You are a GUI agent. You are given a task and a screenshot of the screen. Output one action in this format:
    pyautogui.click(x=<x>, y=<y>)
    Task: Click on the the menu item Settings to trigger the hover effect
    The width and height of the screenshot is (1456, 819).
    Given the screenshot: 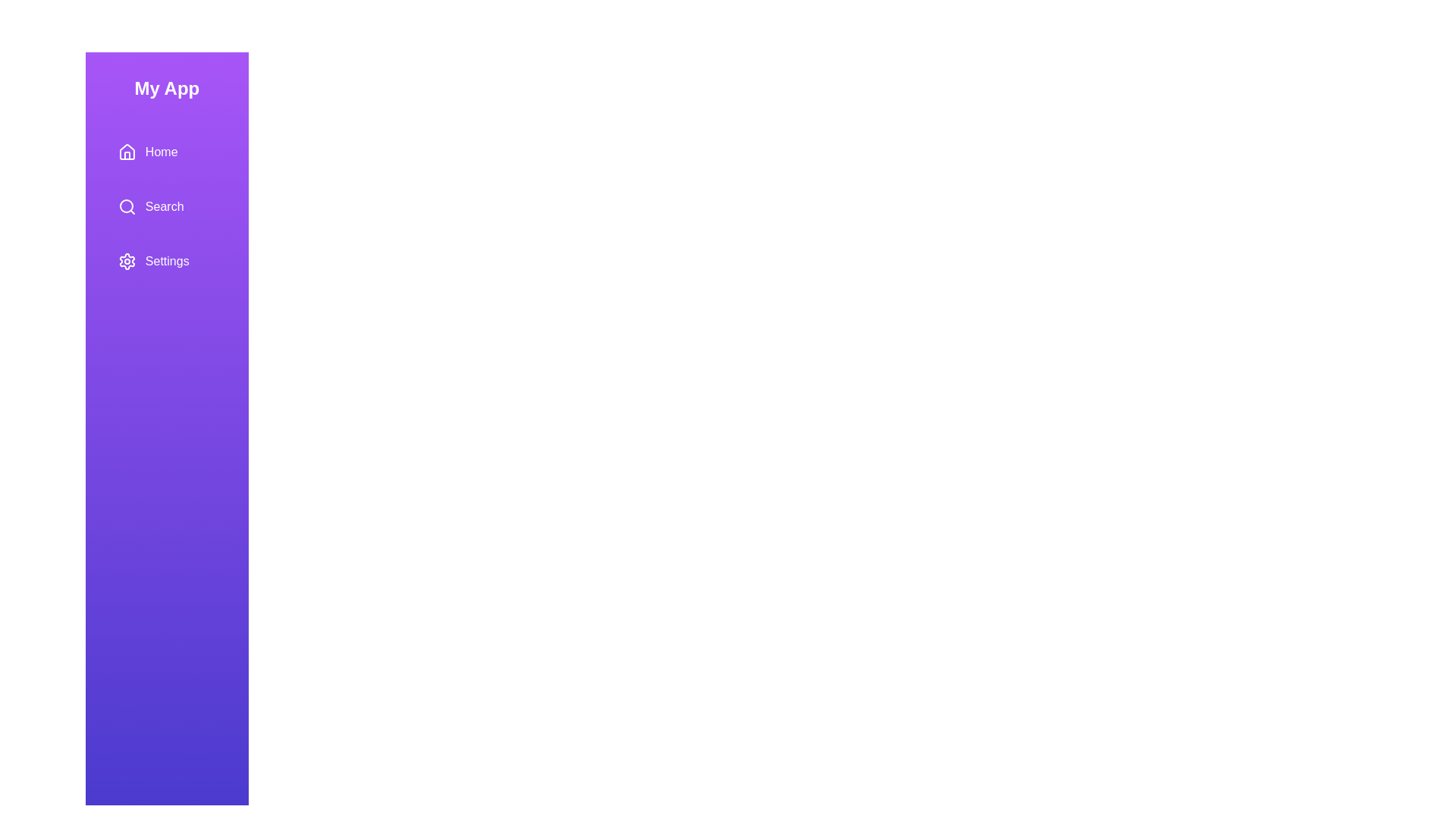 What is the action you would take?
    pyautogui.click(x=167, y=260)
    